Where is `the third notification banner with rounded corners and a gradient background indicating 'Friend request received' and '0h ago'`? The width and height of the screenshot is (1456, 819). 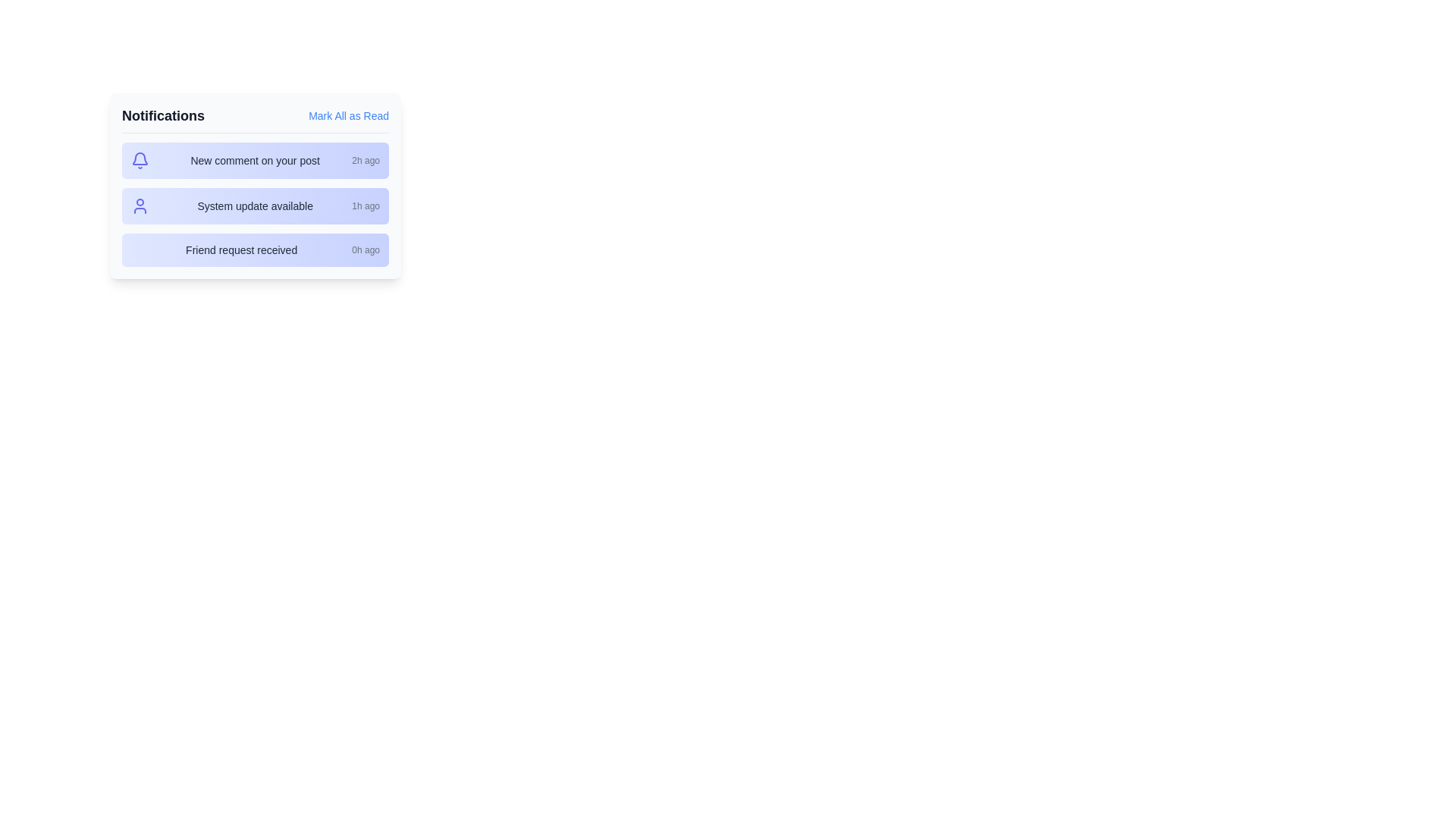 the third notification banner with rounded corners and a gradient background indicating 'Friend request received' and '0h ago' is located at coordinates (255, 249).